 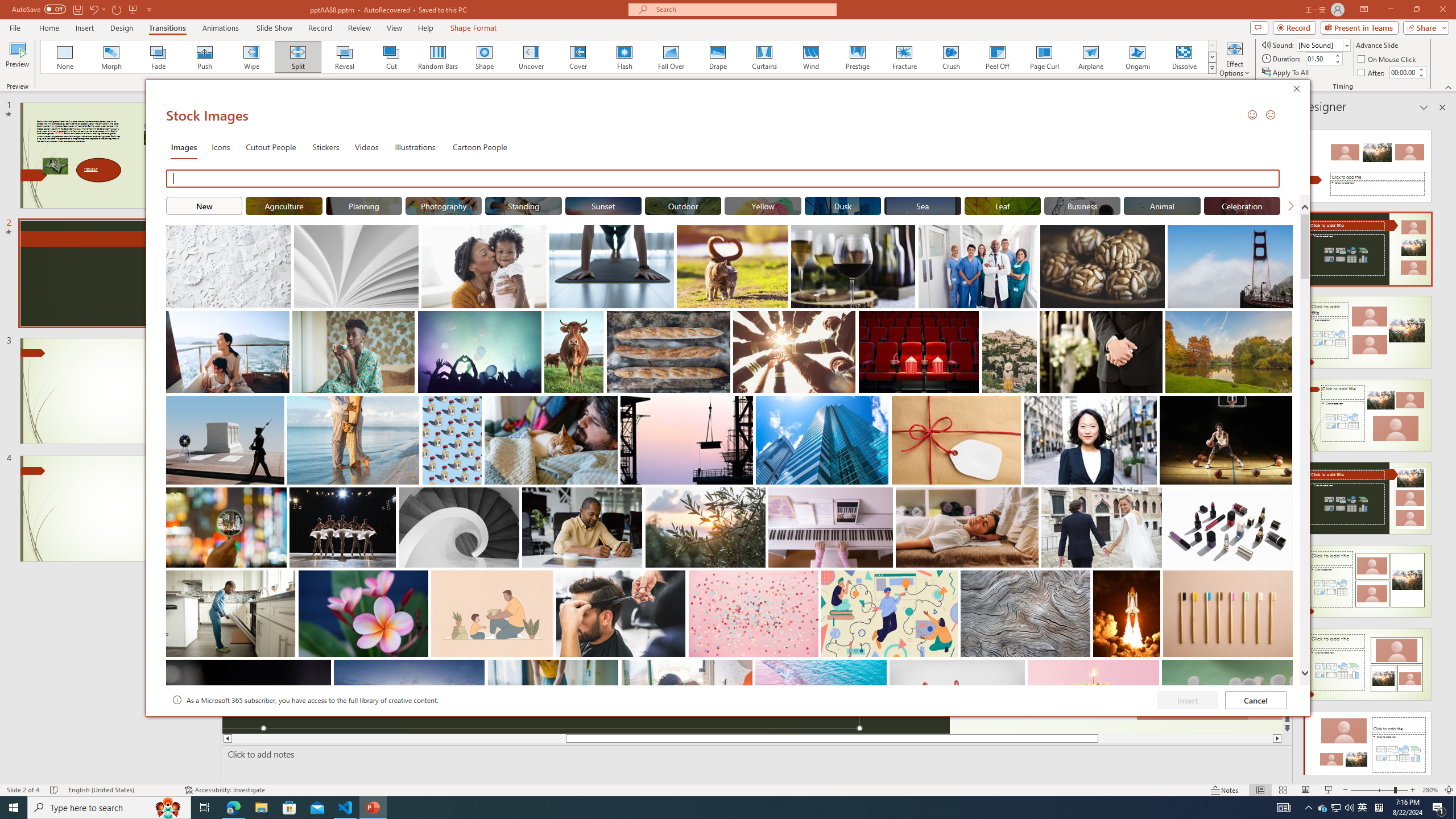 I want to click on 'Peel Off', so click(x=996, y=56).